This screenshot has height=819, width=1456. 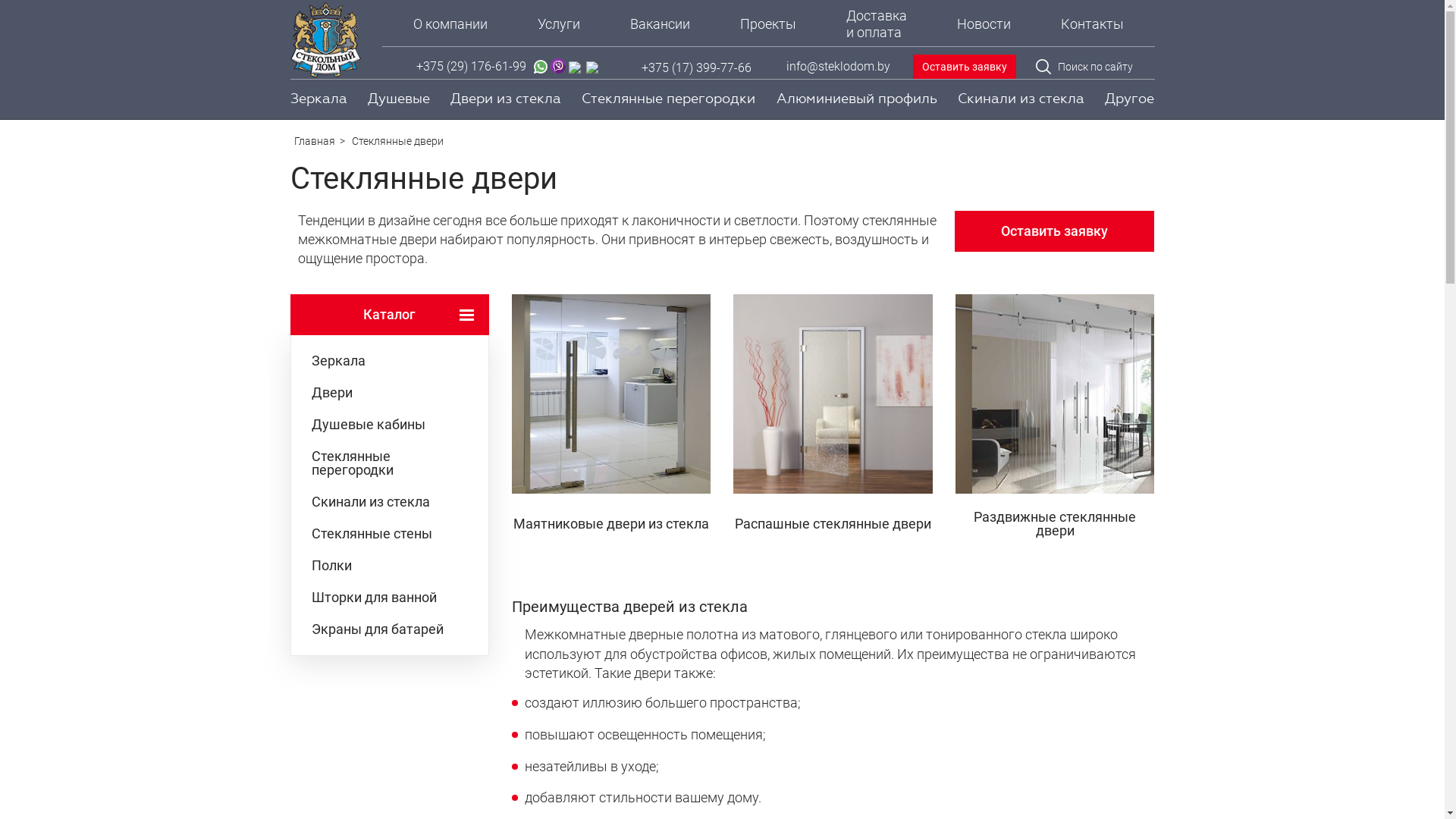 What do you see at coordinates (836, 66) in the screenshot?
I see `'info@steklodom.by'` at bounding box center [836, 66].